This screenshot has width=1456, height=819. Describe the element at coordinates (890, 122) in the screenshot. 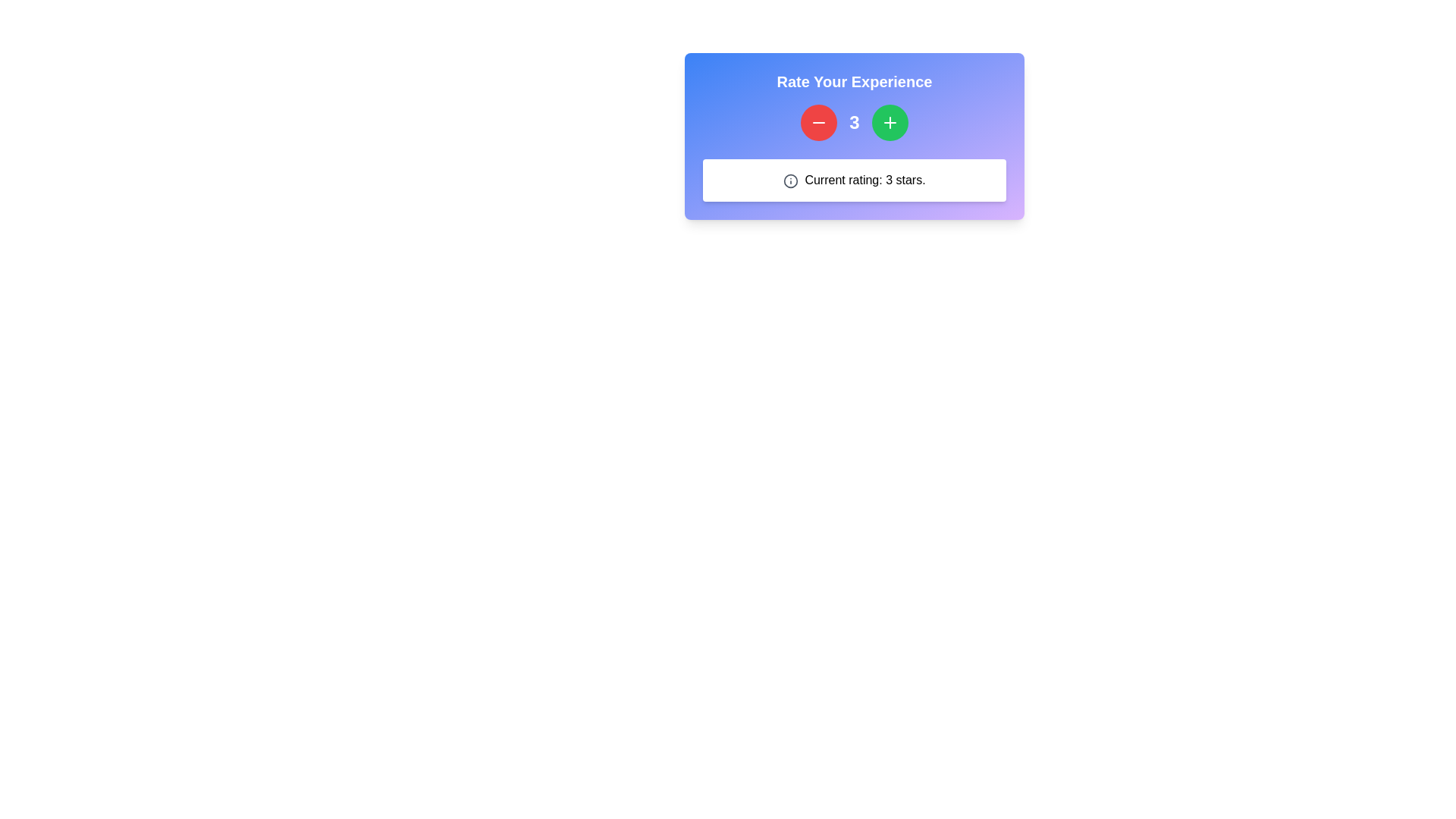

I see `the green button located to the right of the numerical label '3' to increment the rating displayed in the adjacent text label` at that location.